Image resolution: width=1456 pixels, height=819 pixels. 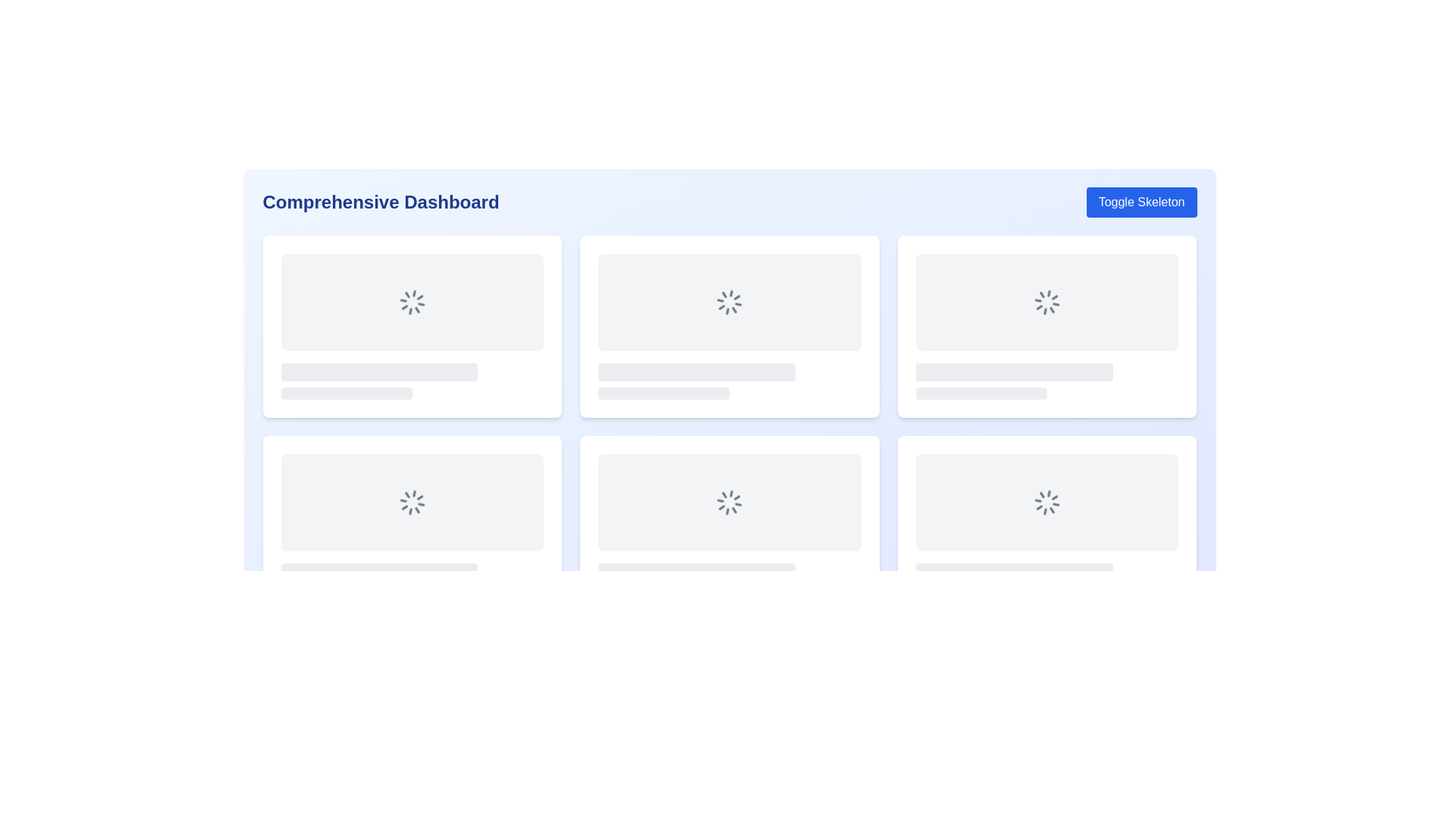 What do you see at coordinates (1046, 503) in the screenshot?
I see `the loading spinner, which is a gray circular icon with spokes, located in the bottom-right card of the grid, to understand the loading status` at bounding box center [1046, 503].